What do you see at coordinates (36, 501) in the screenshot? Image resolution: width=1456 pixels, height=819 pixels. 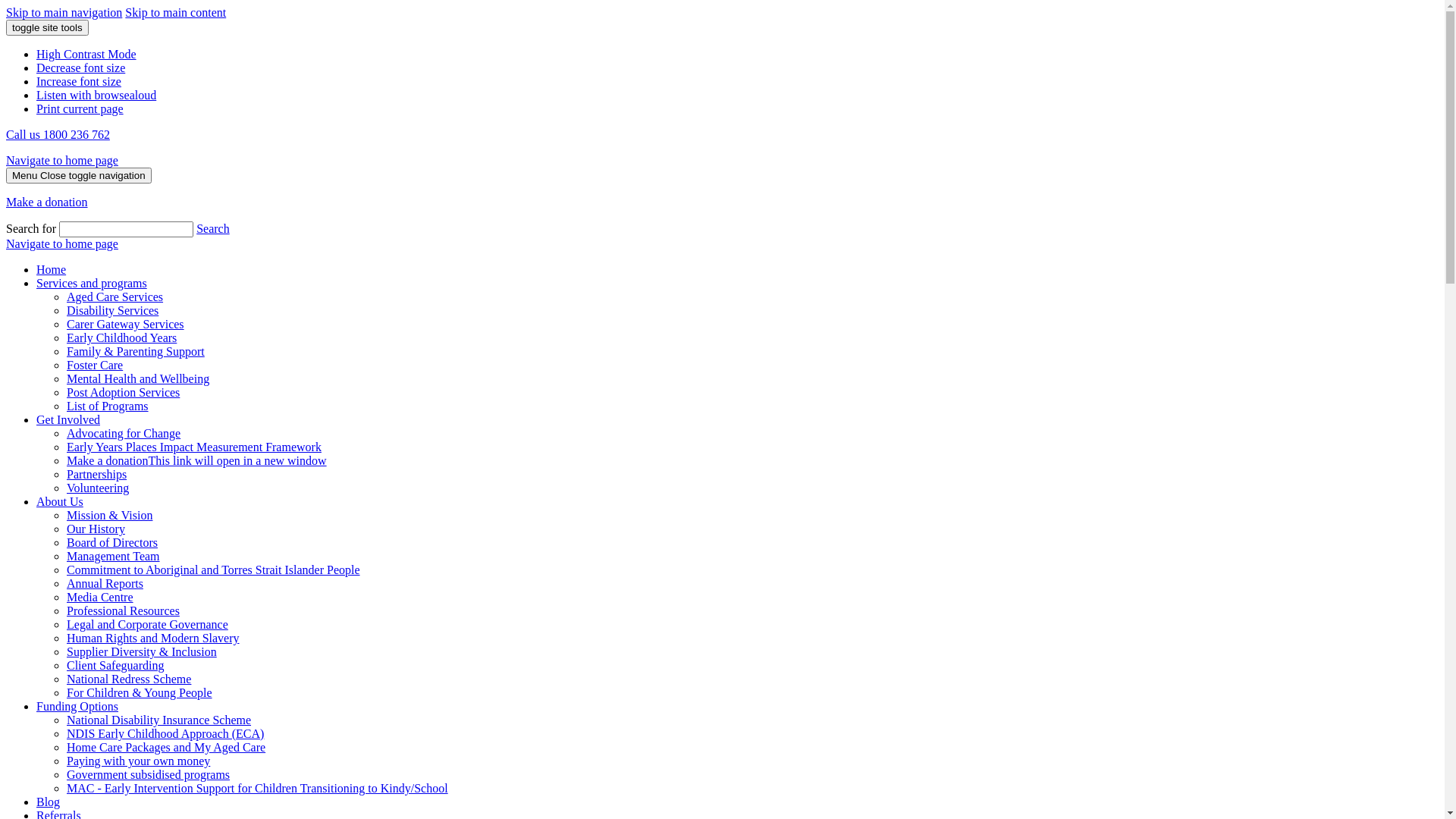 I see `'About Us'` at bounding box center [36, 501].